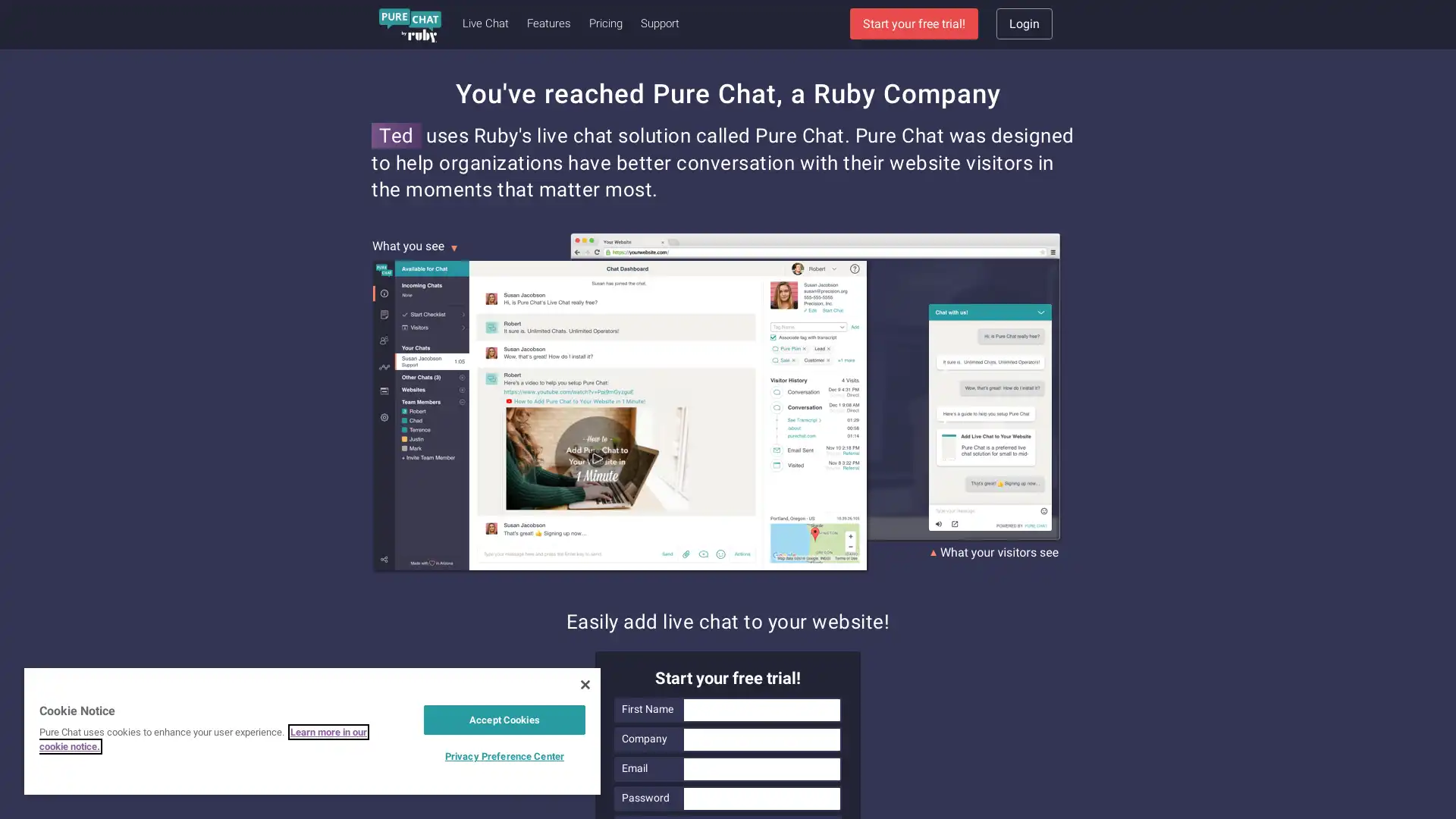 This screenshot has height=819, width=1456. Describe the element at coordinates (584, 684) in the screenshot. I see `Close` at that location.